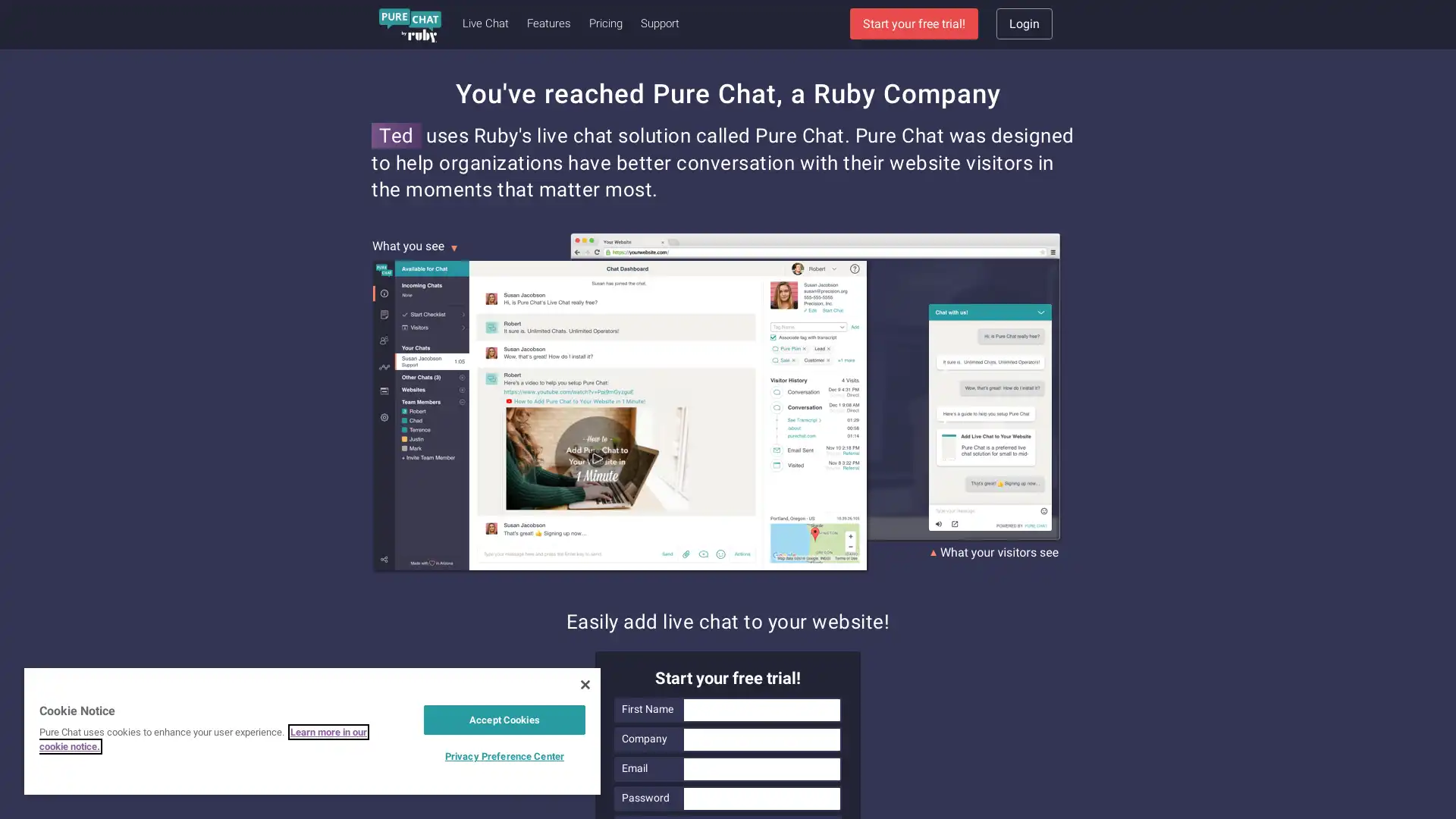 This screenshot has height=819, width=1456. Describe the element at coordinates (584, 684) in the screenshot. I see `Close` at that location.